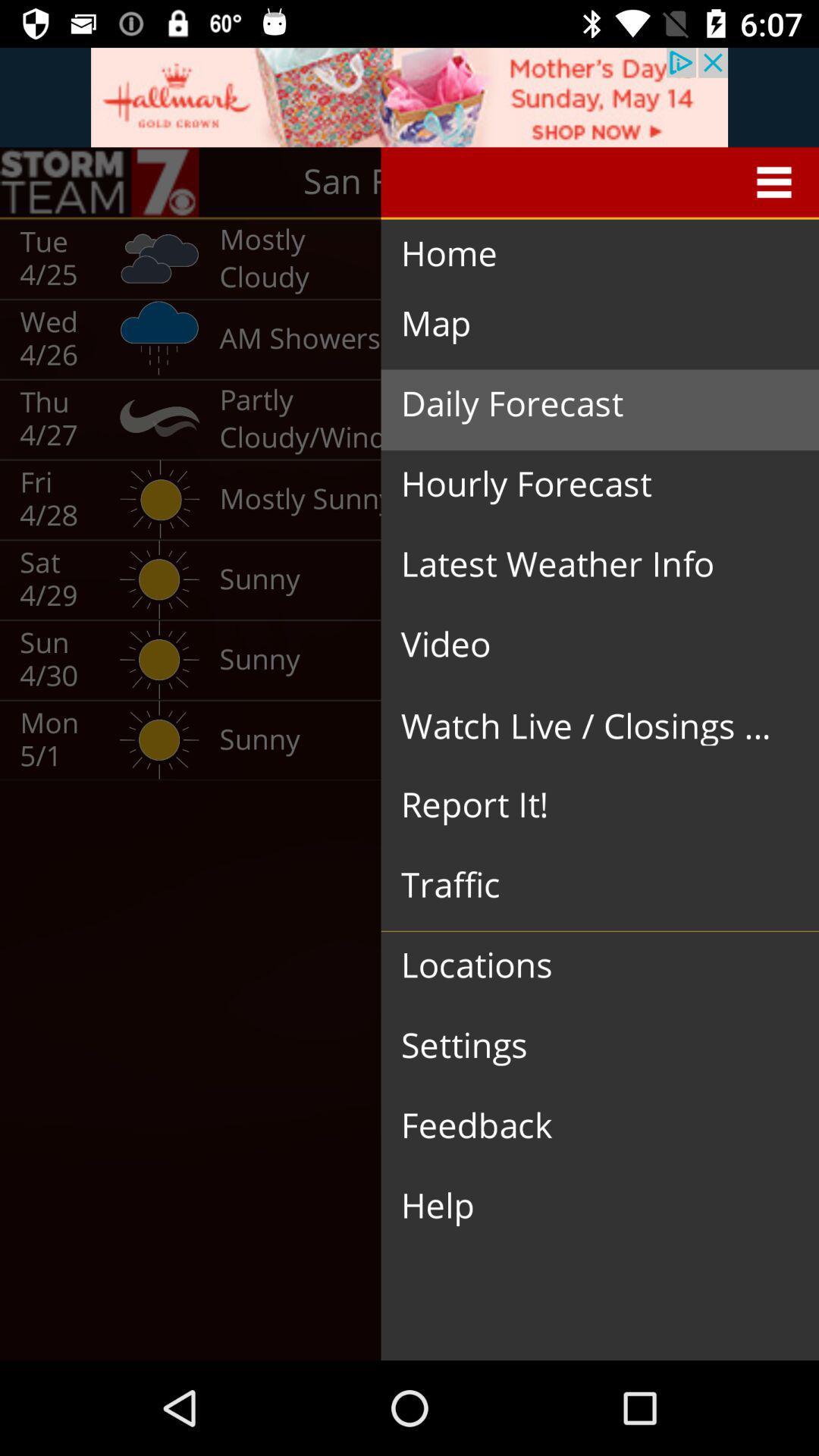 Image resolution: width=819 pixels, height=1456 pixels. Describe the element at coordinates (587, 1206) in the screenshot. I see `help item` at that location.